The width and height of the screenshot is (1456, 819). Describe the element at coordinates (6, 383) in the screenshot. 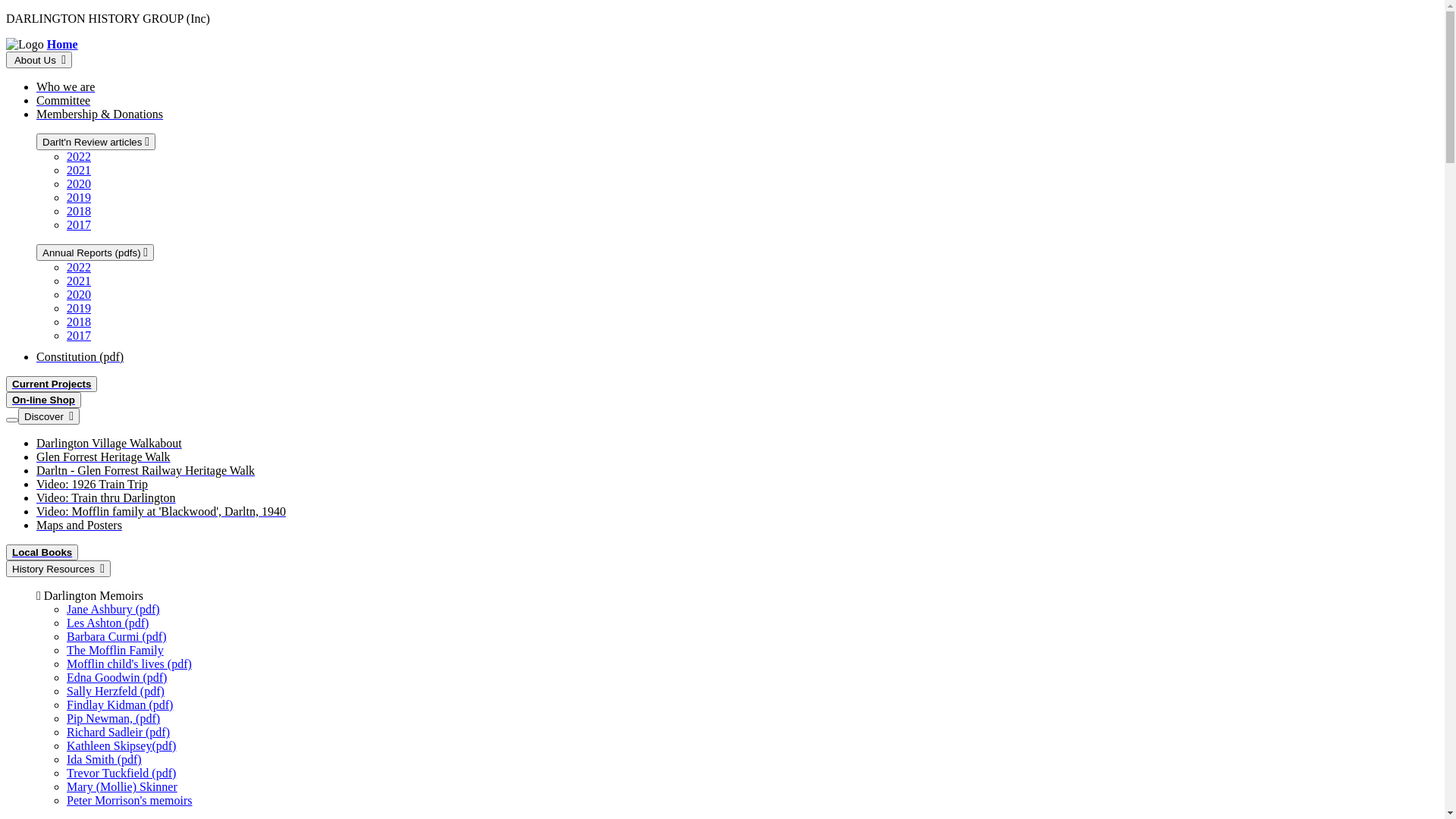

I see `'Current Projects'` at that location.